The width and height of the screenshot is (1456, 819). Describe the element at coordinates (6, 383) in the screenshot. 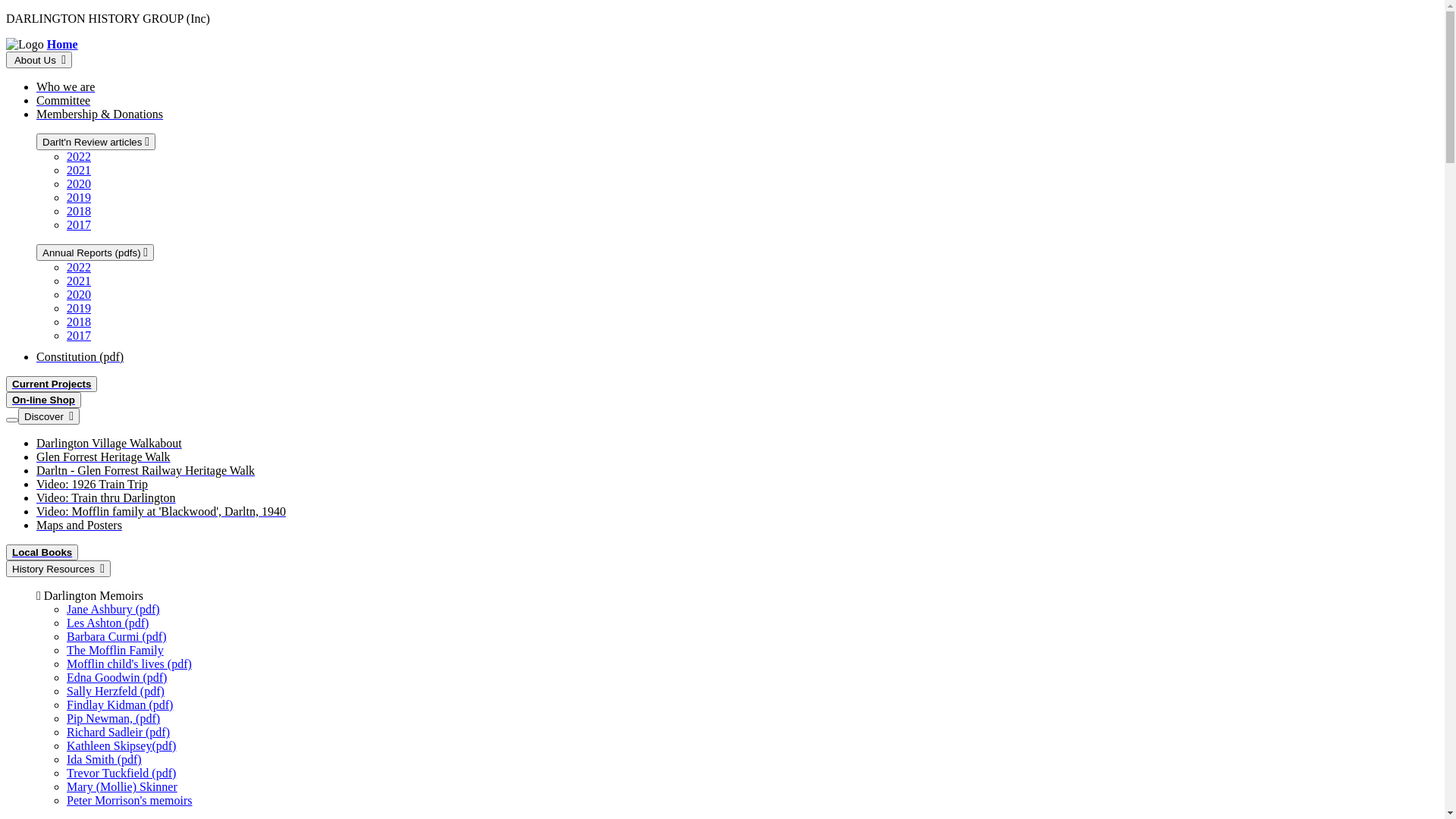

I see `'Current Projects'` at that location.